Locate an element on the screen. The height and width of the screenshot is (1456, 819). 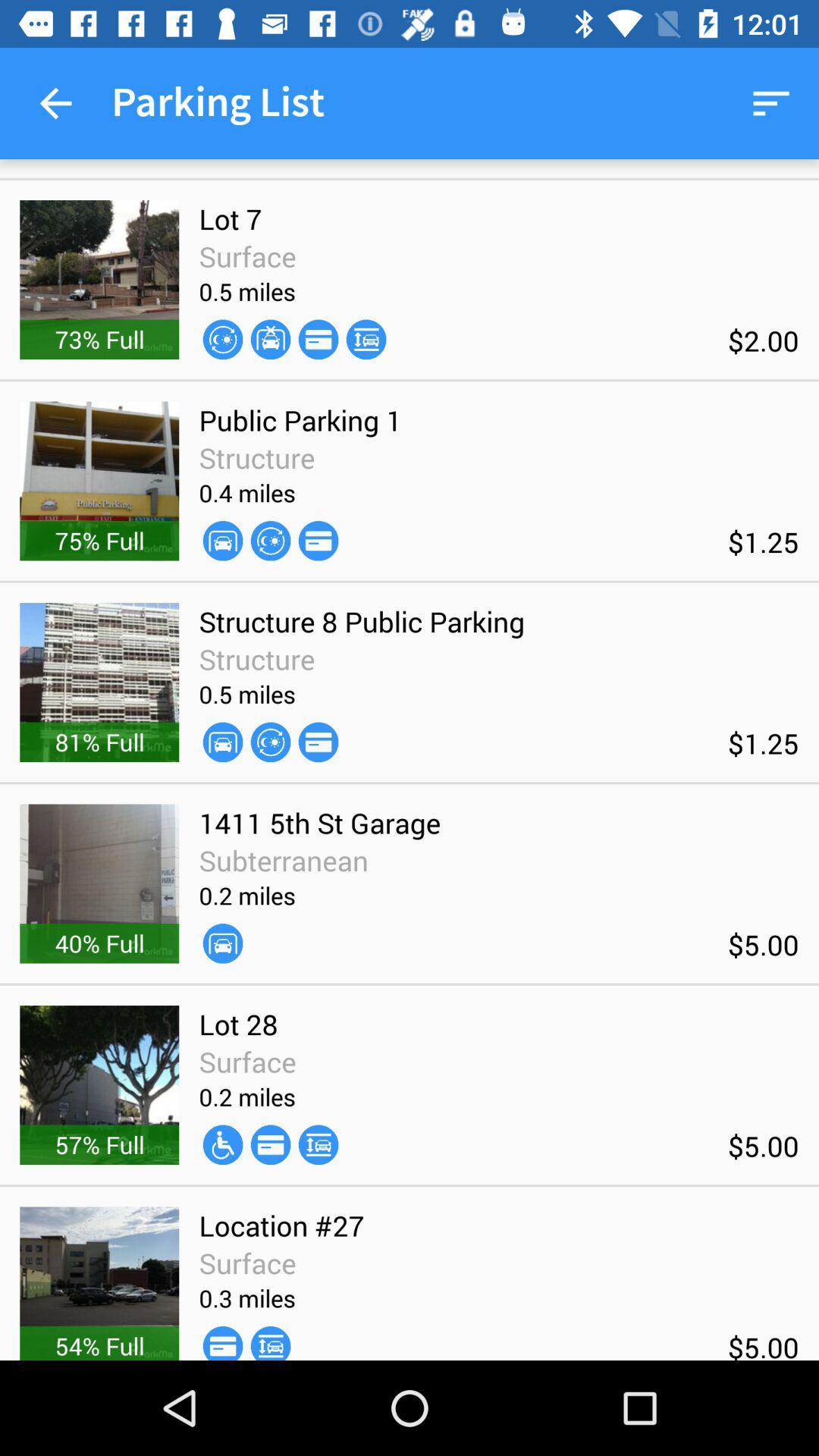
the icon to the left of the parking list is located at coordinates (55, 102).